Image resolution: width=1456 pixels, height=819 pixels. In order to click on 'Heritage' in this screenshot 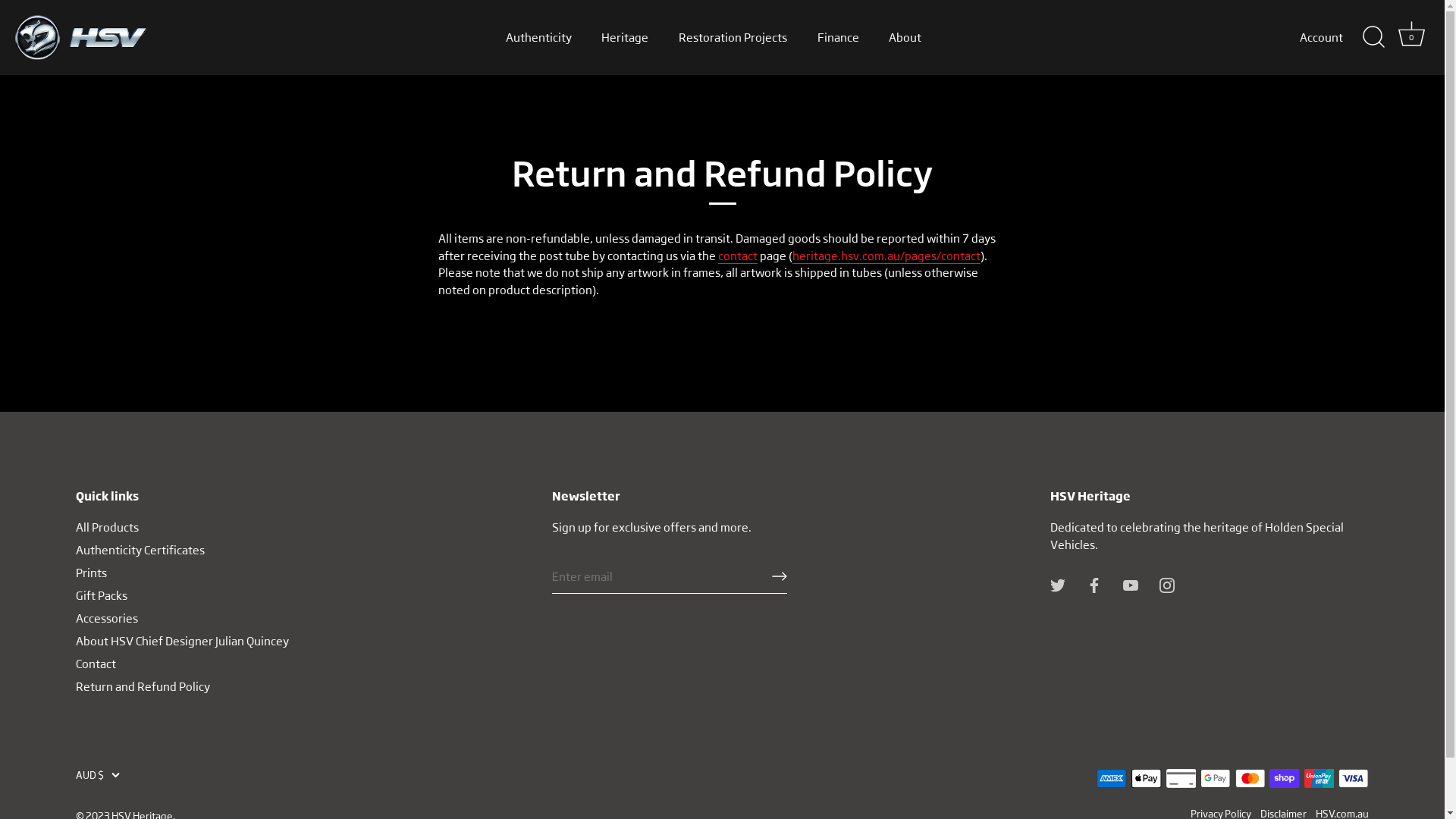, I will do `click(586, 36)`.